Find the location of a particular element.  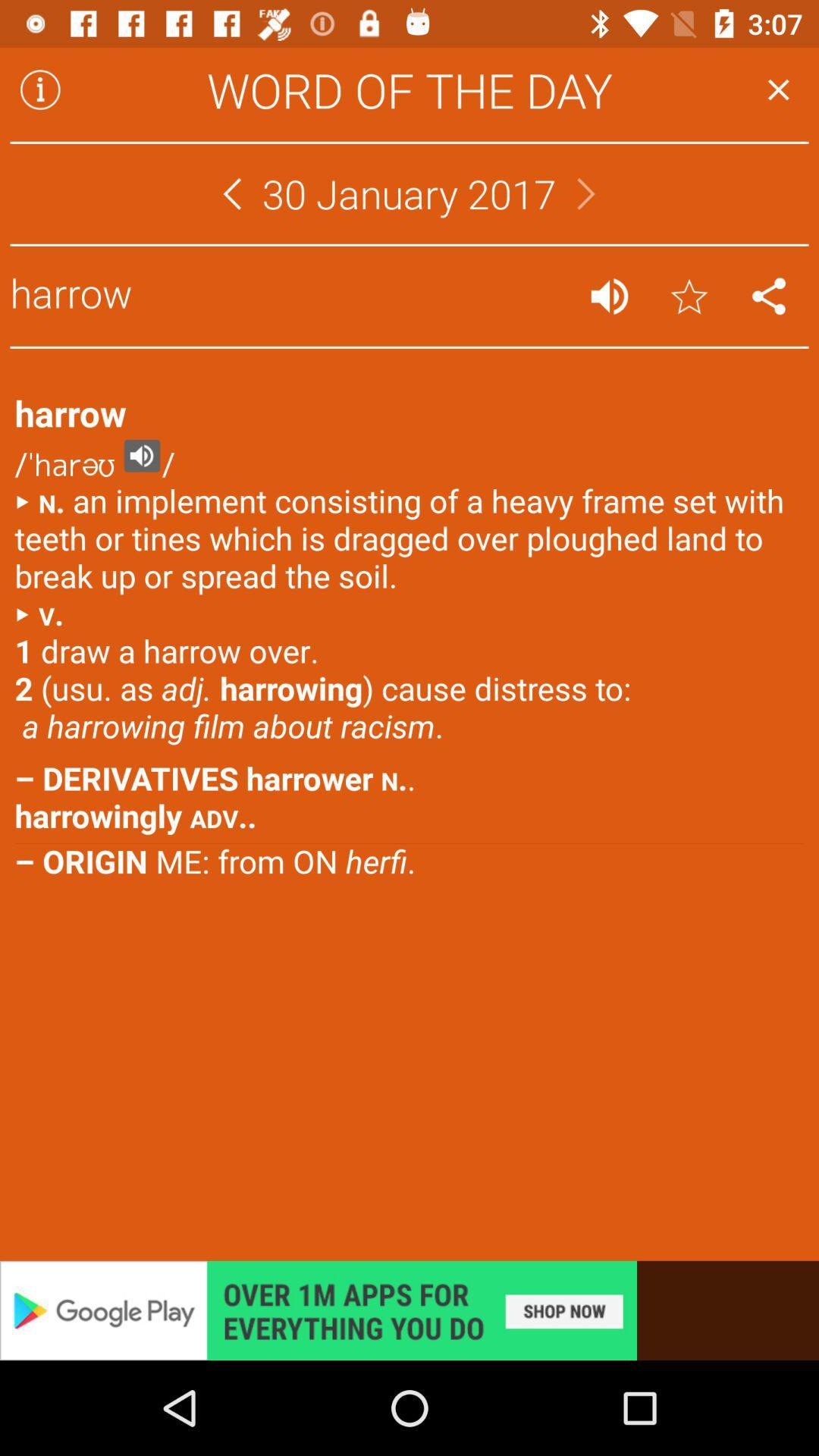

go back is located at coordinates (231, 193).